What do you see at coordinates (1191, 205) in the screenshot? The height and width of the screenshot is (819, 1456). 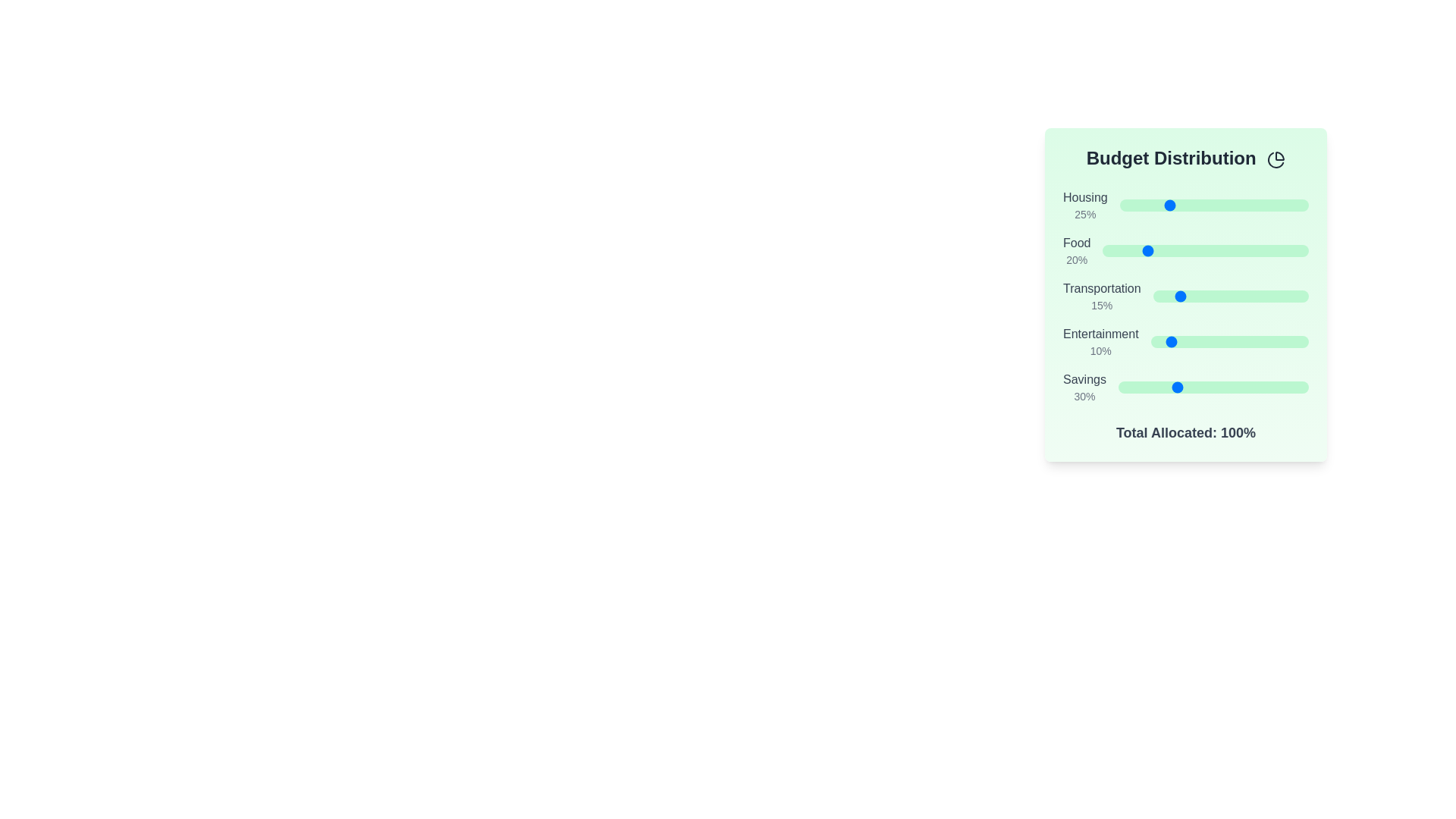 I see `the Housing slider to 38%` at bounding box center [1191, 205].